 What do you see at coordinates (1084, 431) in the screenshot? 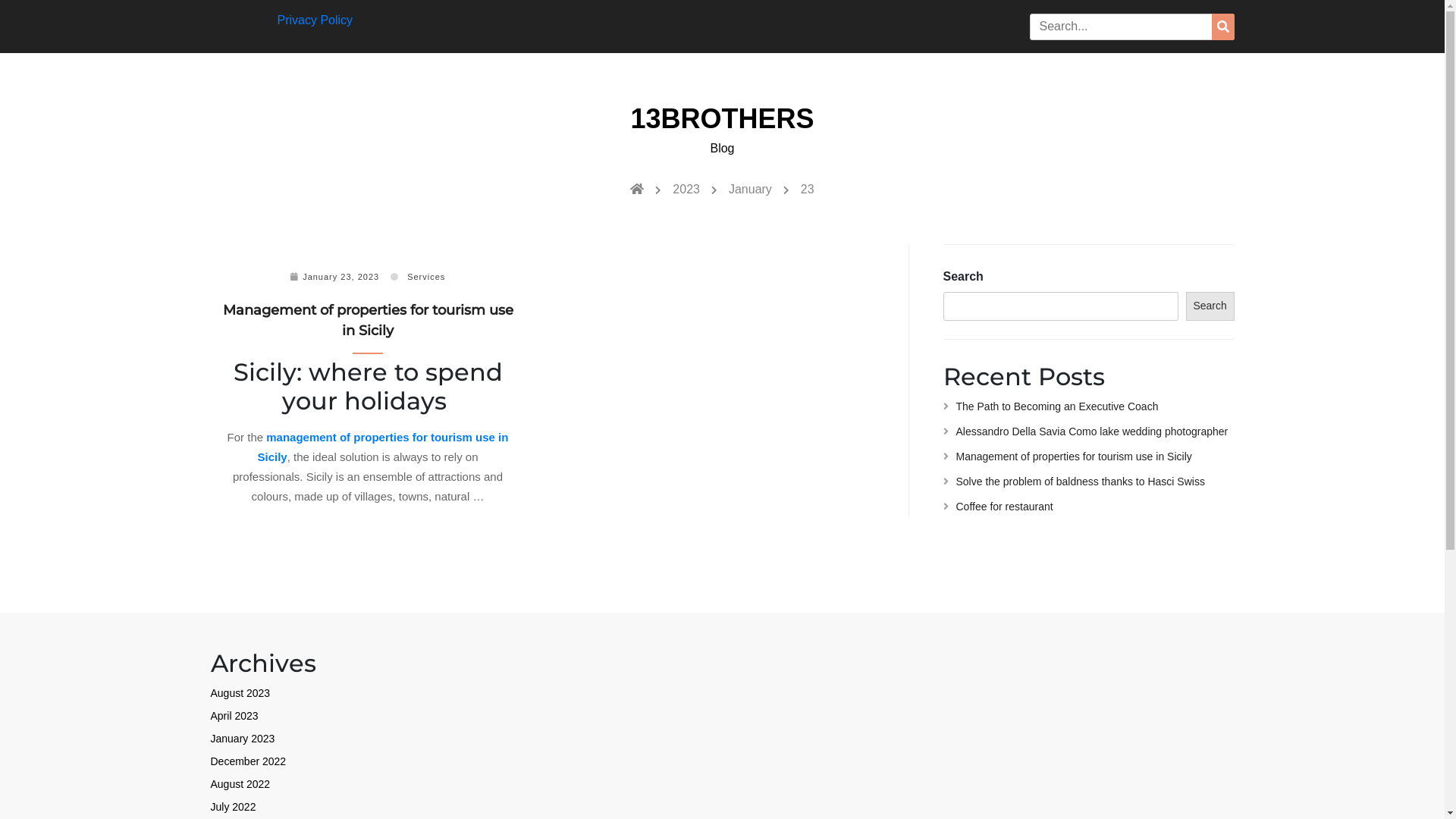
I see `'Alessandro Della Savia Como lake wedding photographer'` at bounding box center [1084, 431].